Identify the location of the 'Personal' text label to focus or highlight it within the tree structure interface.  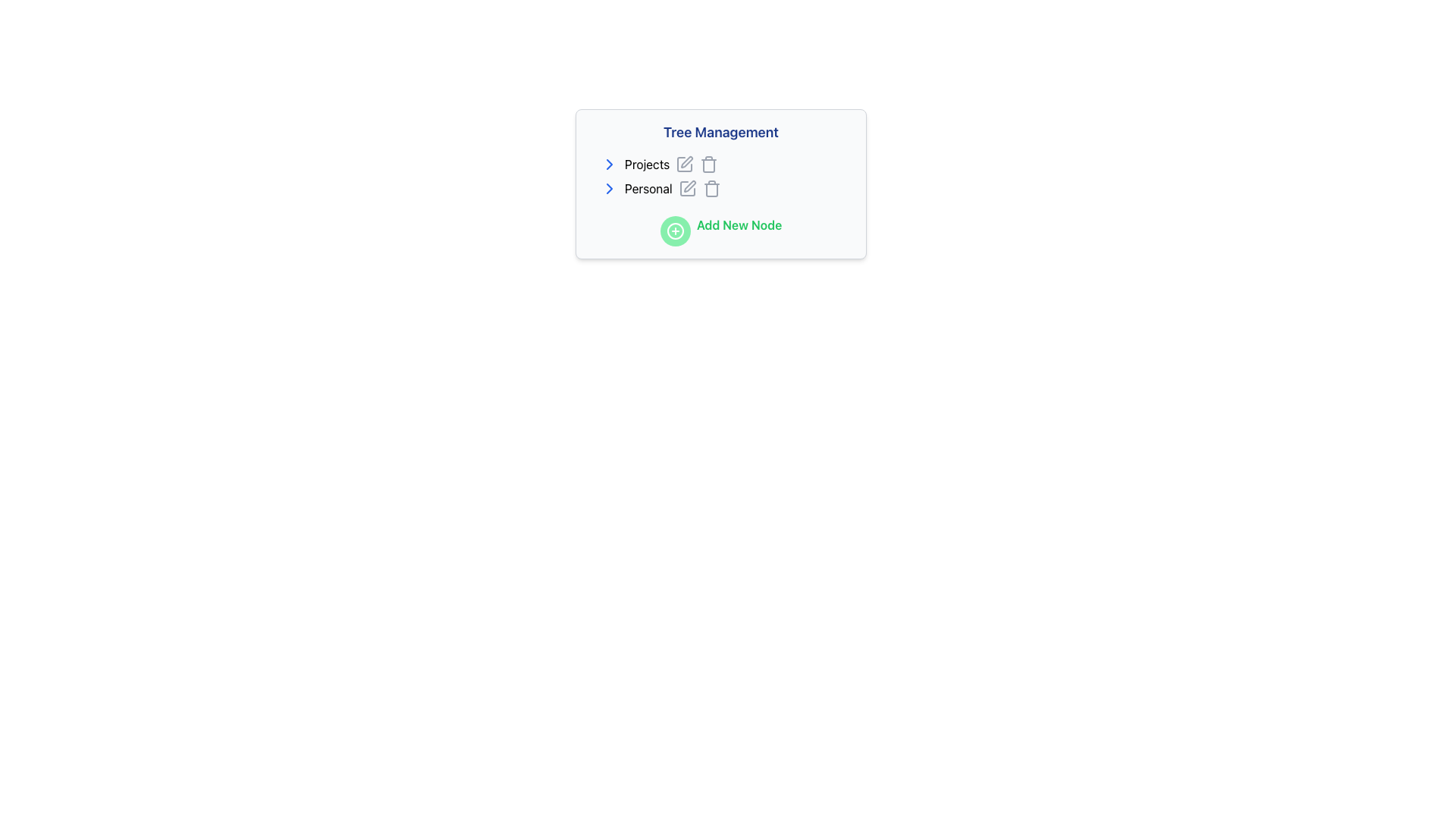
(648, 188).